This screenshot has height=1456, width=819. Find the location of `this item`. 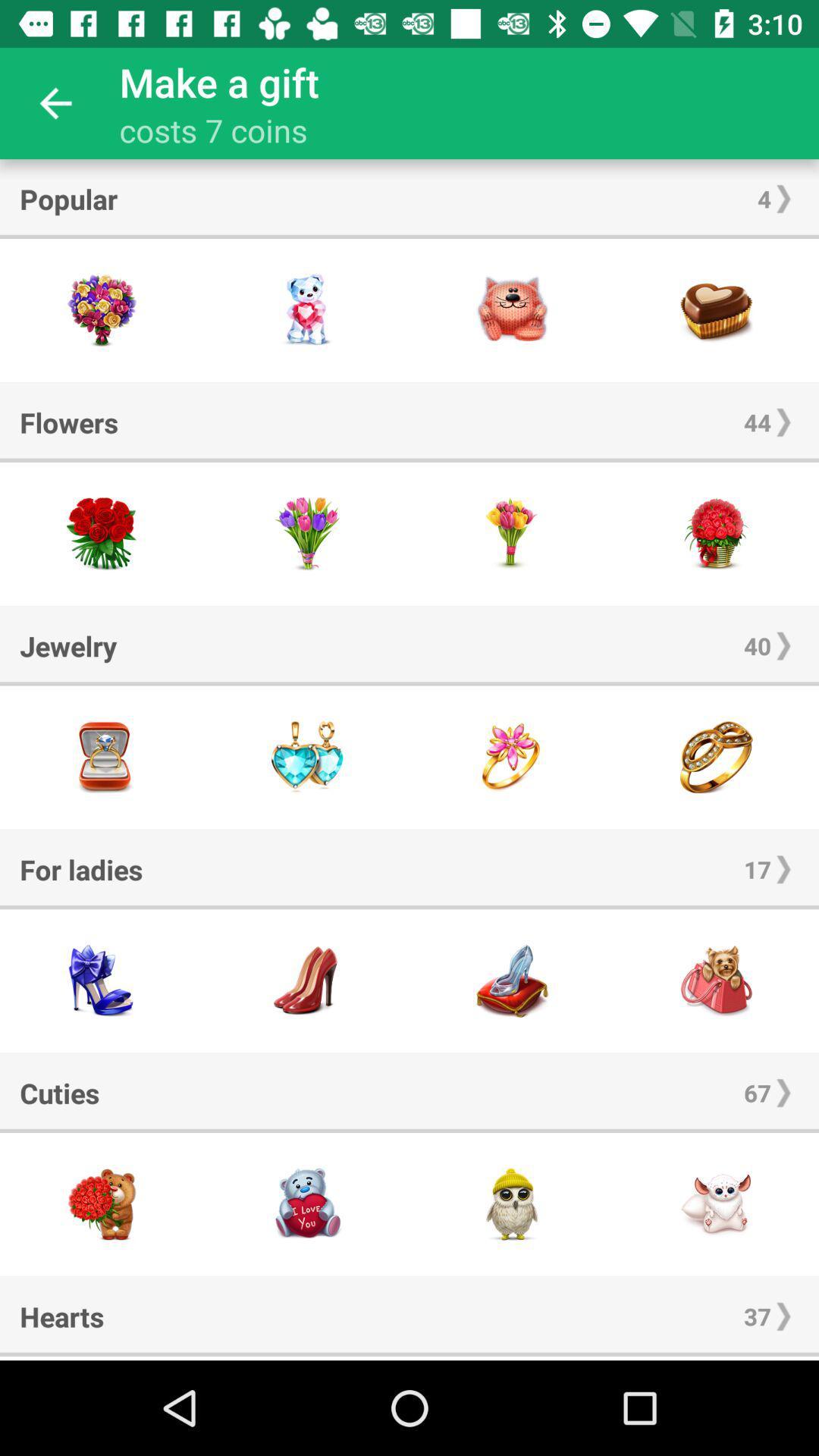

this item is located at coordinates (307, 309).